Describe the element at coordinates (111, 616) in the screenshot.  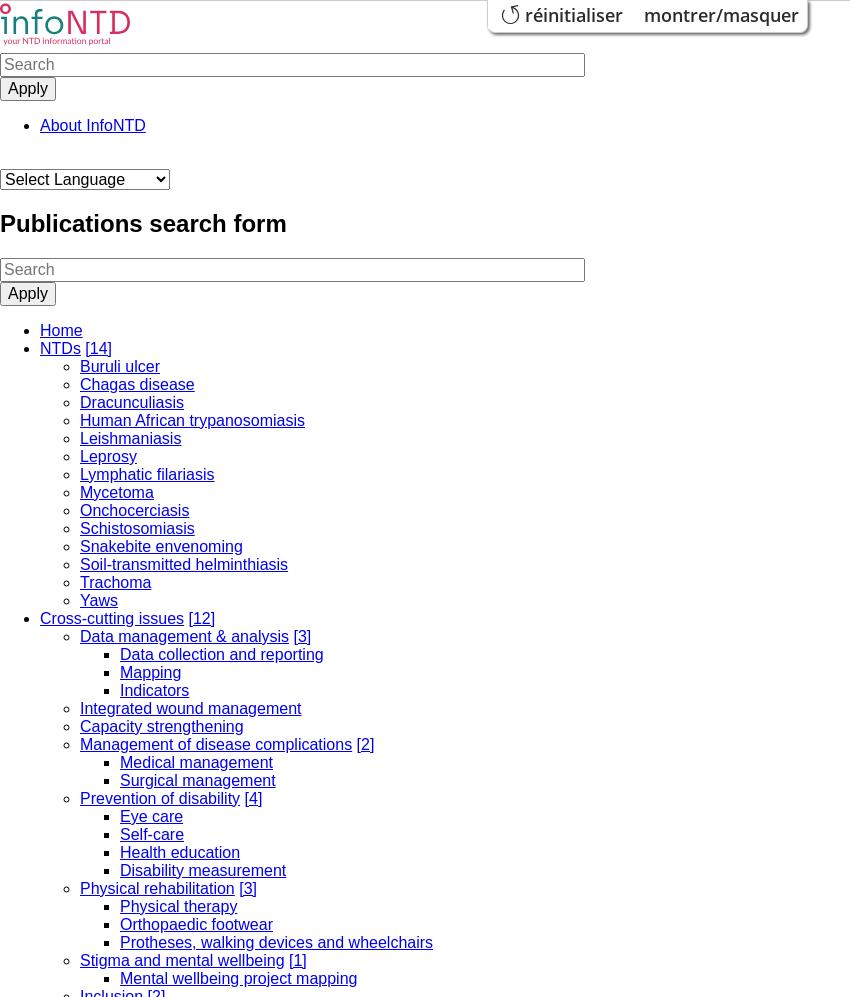
I see `'Cross-cutting issues'` at that location.